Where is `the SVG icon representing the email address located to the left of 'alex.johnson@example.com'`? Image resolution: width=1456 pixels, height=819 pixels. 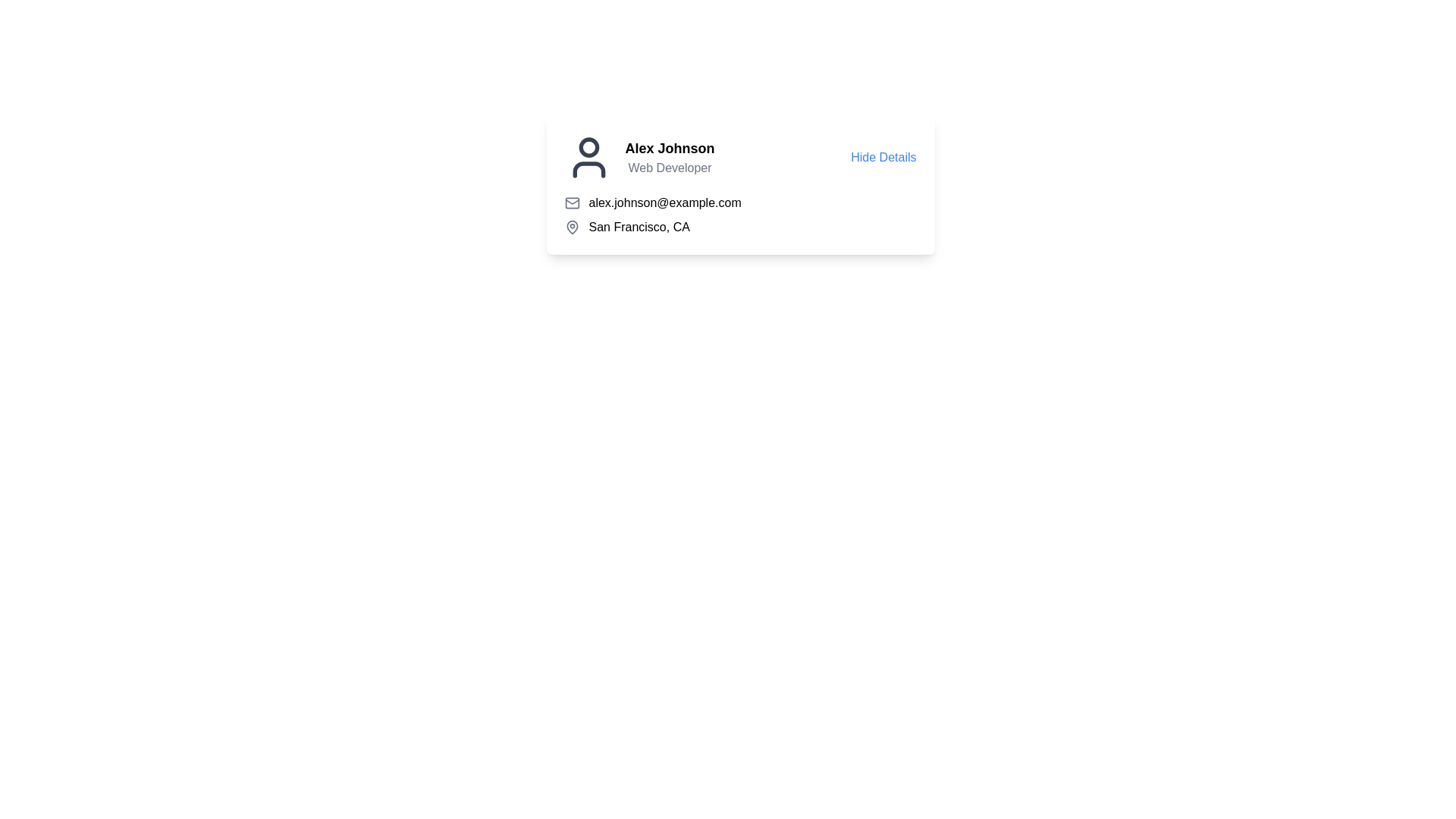
the SVG icon representing the email address located to the left of 'alex.johnson@example.com' is located at coordinates (571, 202).